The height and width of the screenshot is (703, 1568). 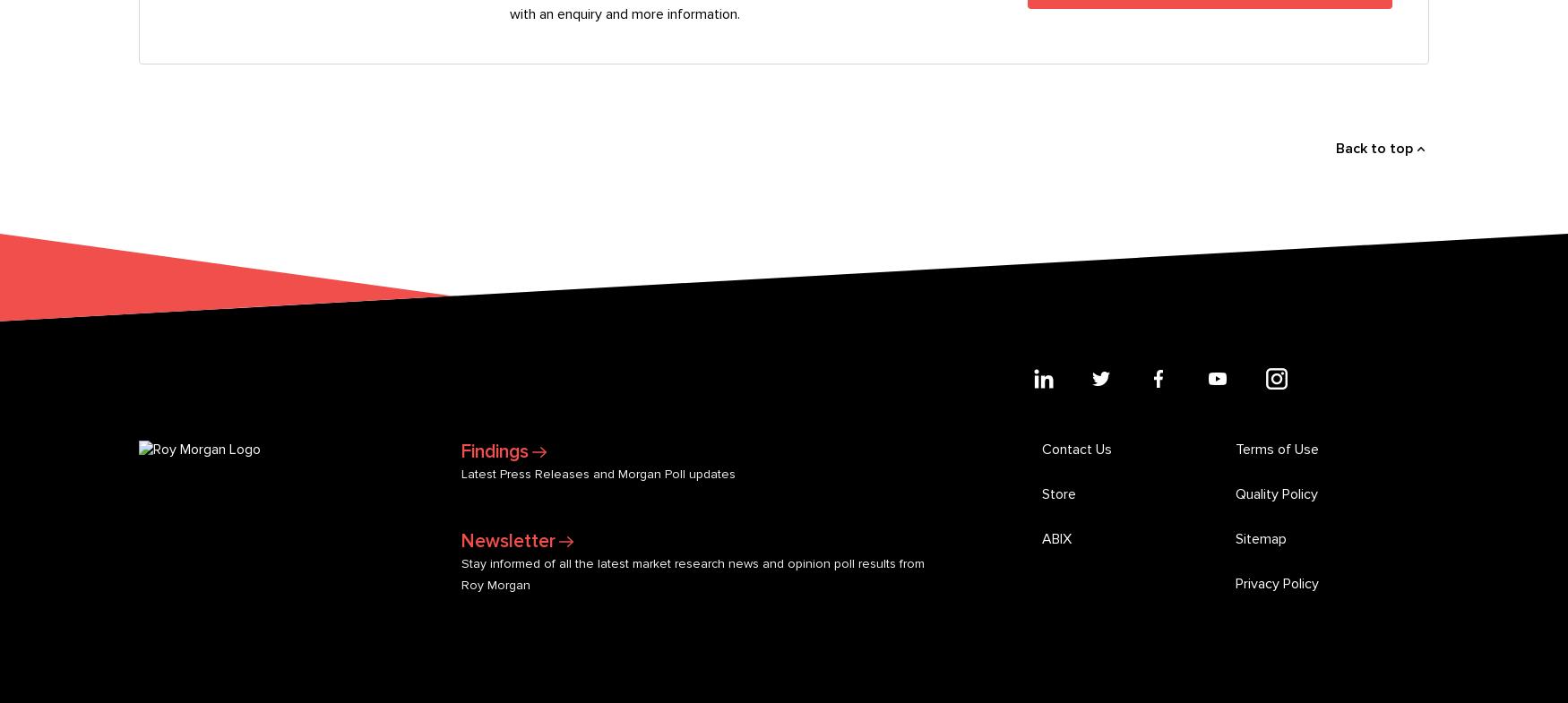 I want to click on 'Contact Us', so click(x=1077, y=145).